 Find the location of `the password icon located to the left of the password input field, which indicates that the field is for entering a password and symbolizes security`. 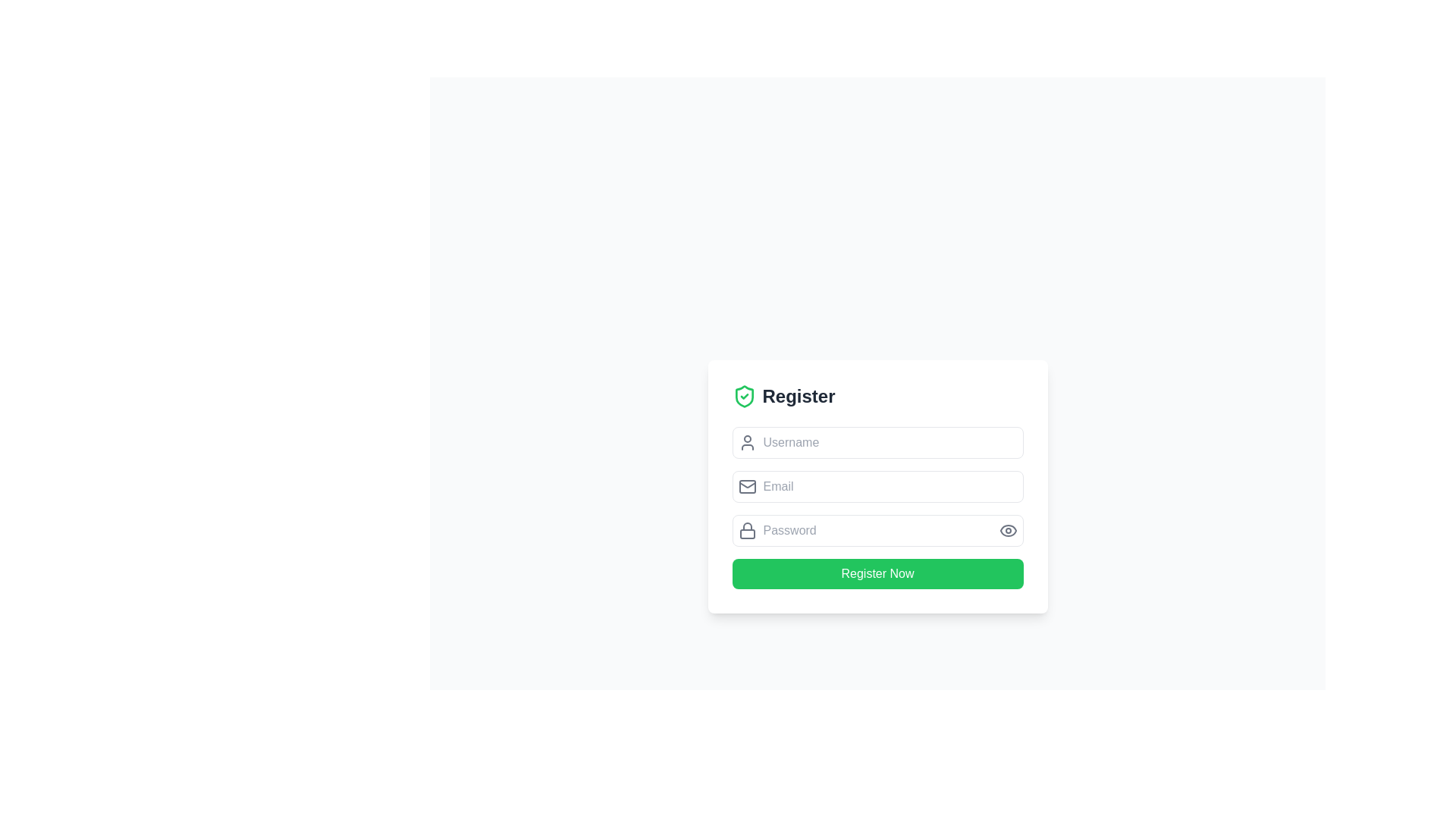

the password icon located to the left of the password input field, which indicates that the field is for entering a password and symbolizes security is located at coordinates (747, 529).